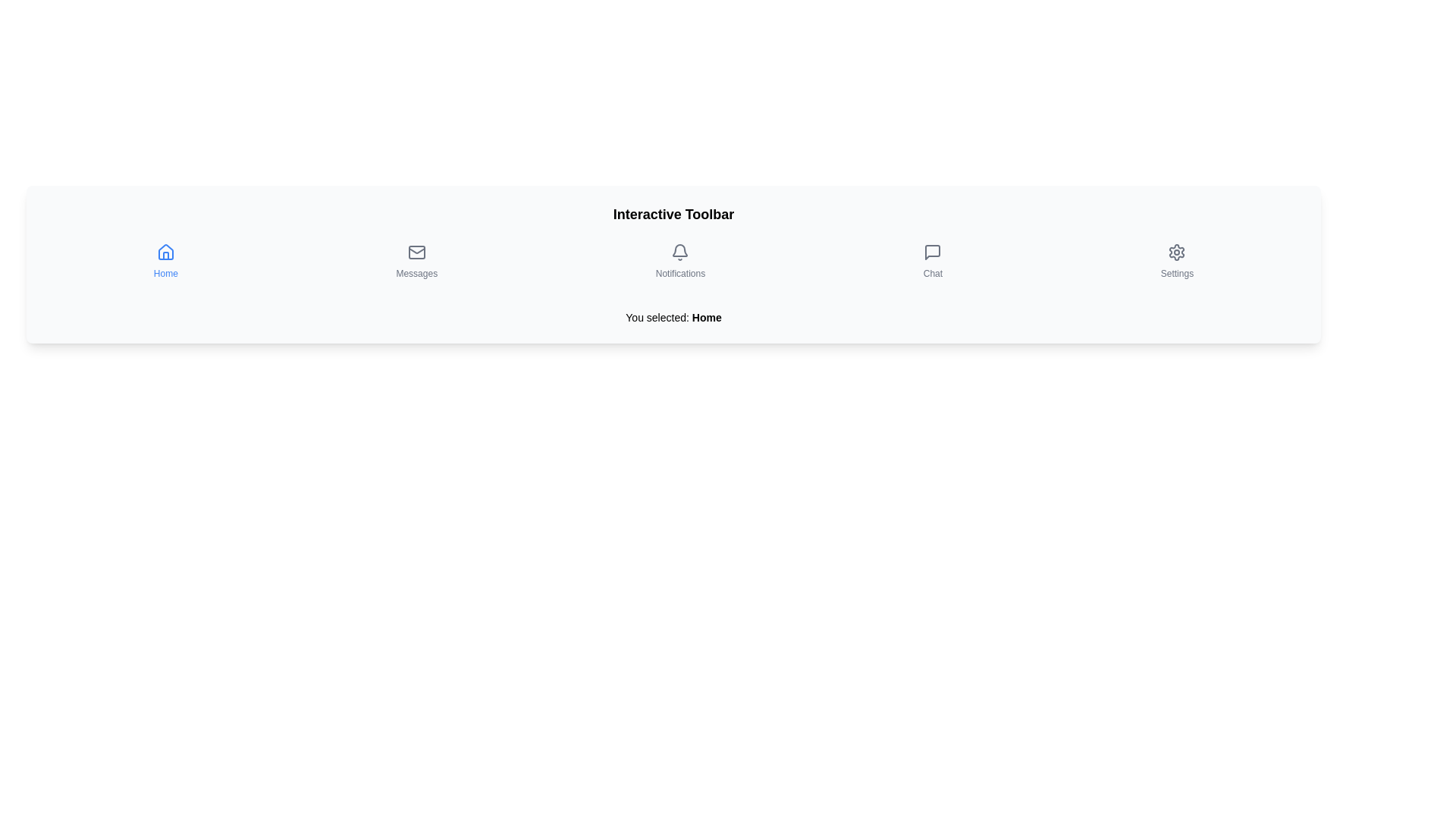  Describe the element at coordinates (1175, 260) in the screenshot. I see `the 'Settings' button, which features a gear icon and is the last button in the horizontal toolbar` at that location.